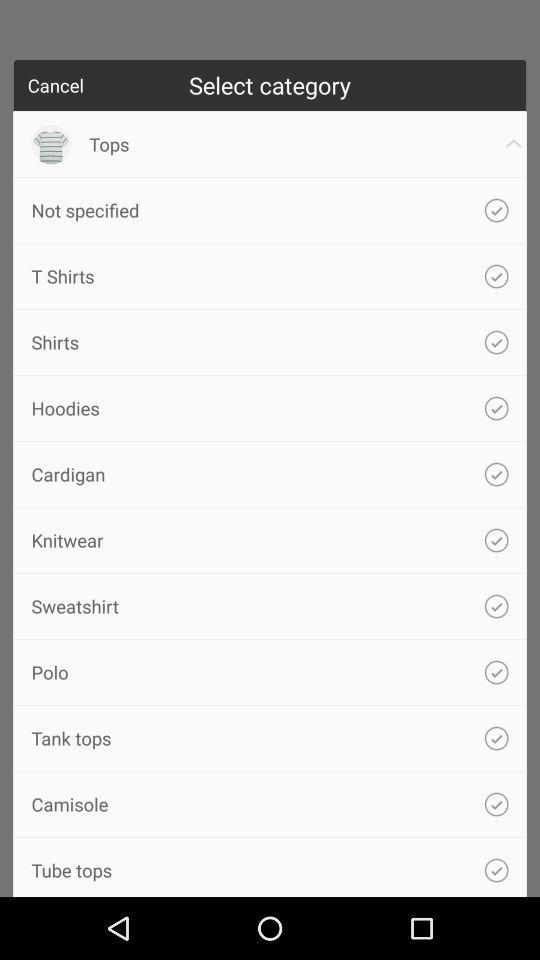 The height and width of the screenshot is (960, 540). Describe the element at coordinates (55, 85) in the screenshot. I see `the cancel` at that location.